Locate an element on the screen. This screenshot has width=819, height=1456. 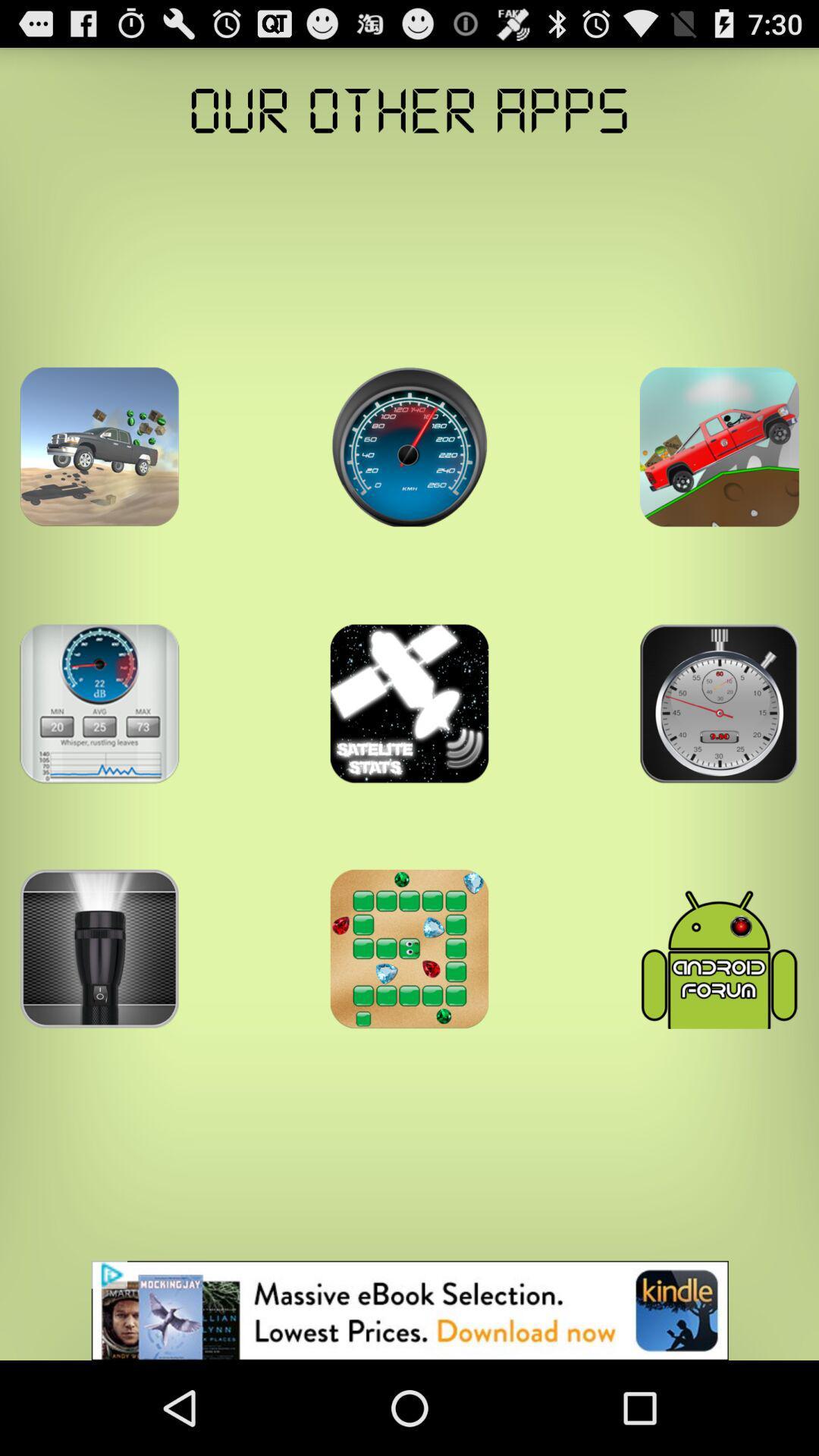
show gps is located at coordinates (718, 446).